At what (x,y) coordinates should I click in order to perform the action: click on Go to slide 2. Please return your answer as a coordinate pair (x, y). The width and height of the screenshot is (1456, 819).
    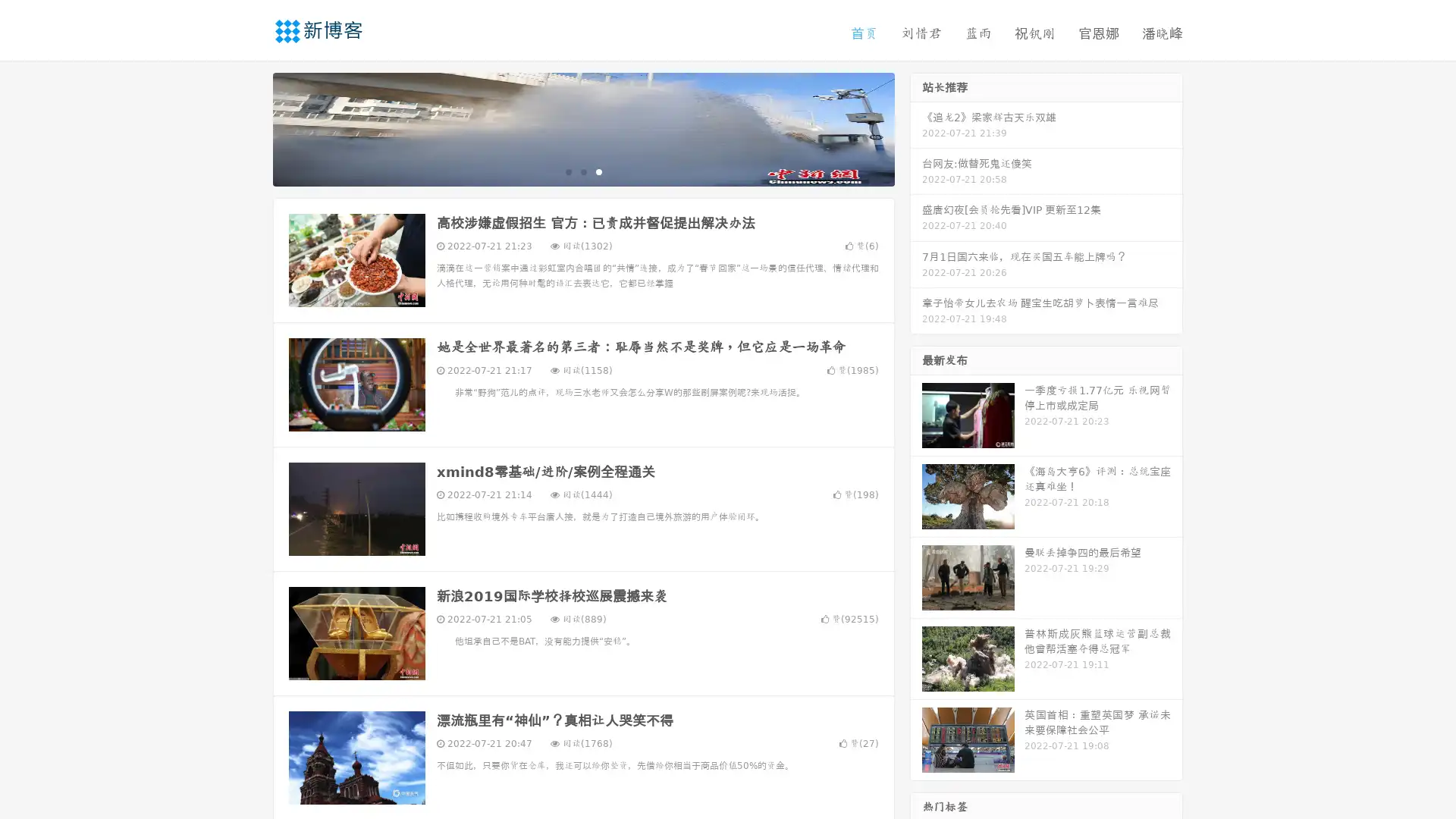
    Looking at the image, I should click on (582, 171).